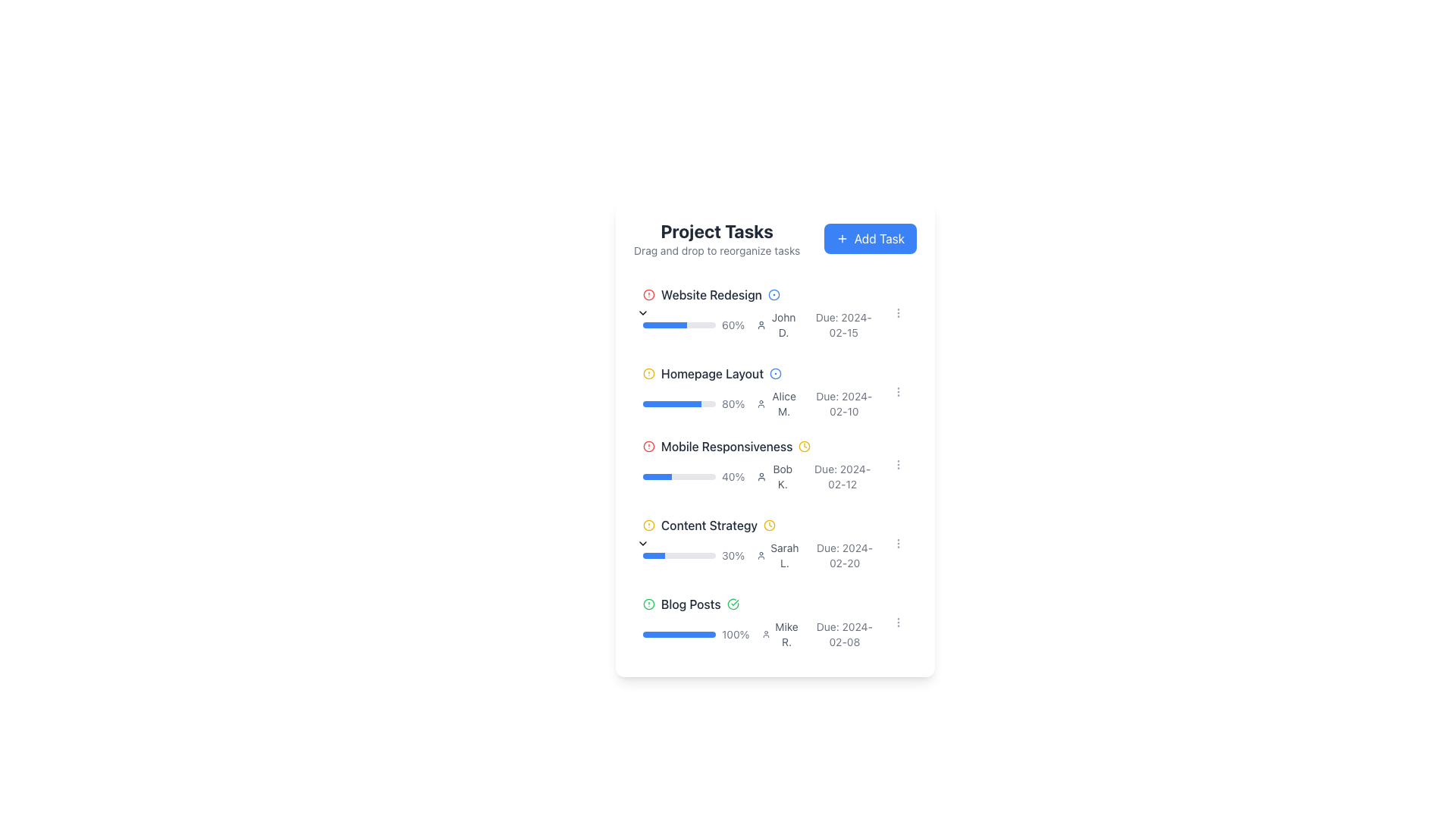  Describe the element at coordinates (711, 374) in the screenshot. I see `the text label for the task entry labeled 'Homepage Layout', which is the second task entry in the vertical list of project tasks` at that location.